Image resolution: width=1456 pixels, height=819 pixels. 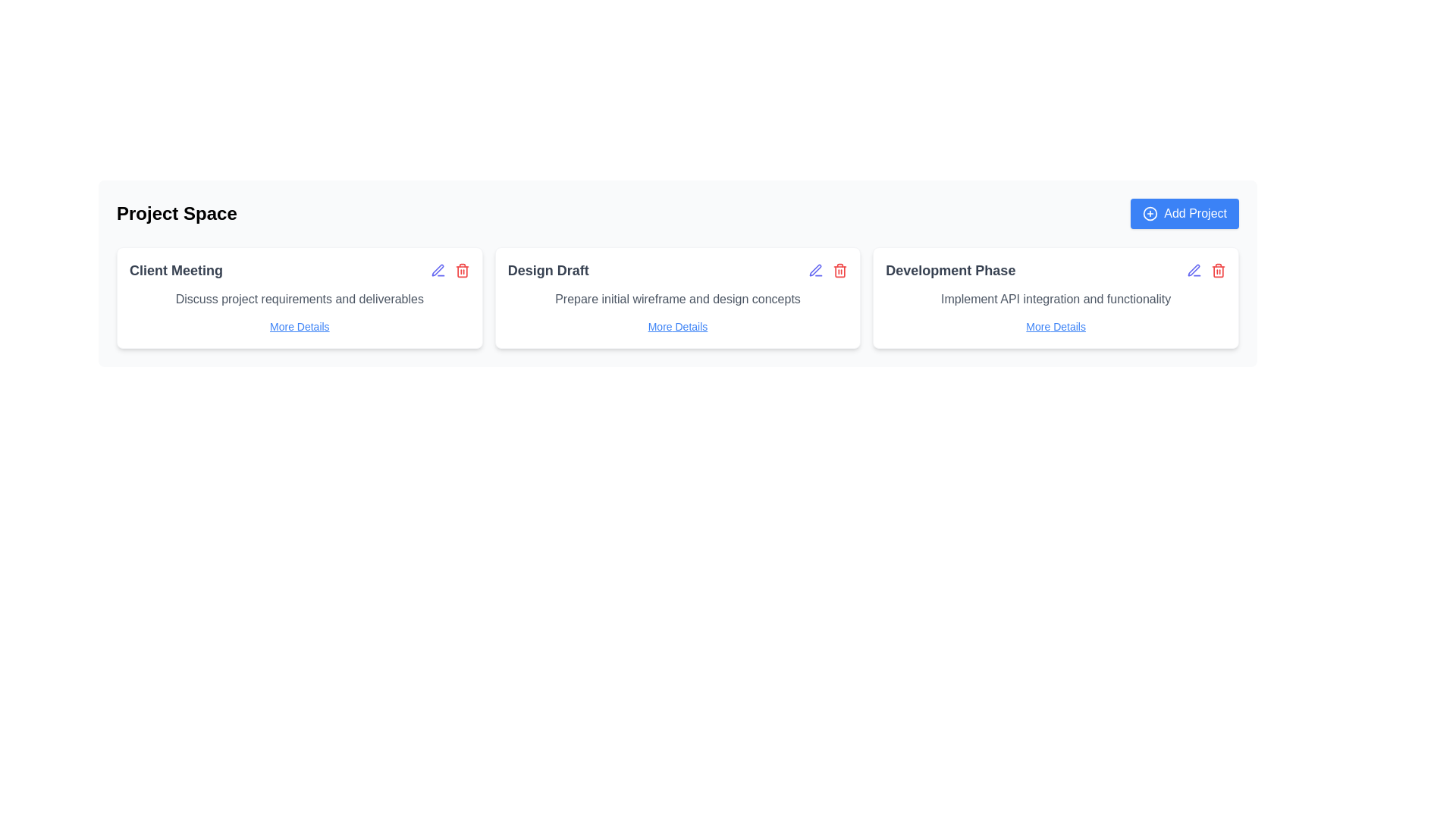 What do you see at coordinates (300, 299) in the screenshot?
I see `the text label that reads 'Discuss project requirements and deliverables', which is styled in light gray and located beneath the 'Client Meeting' title within the first column of the three-column layout` at bounding box center [300, 299].